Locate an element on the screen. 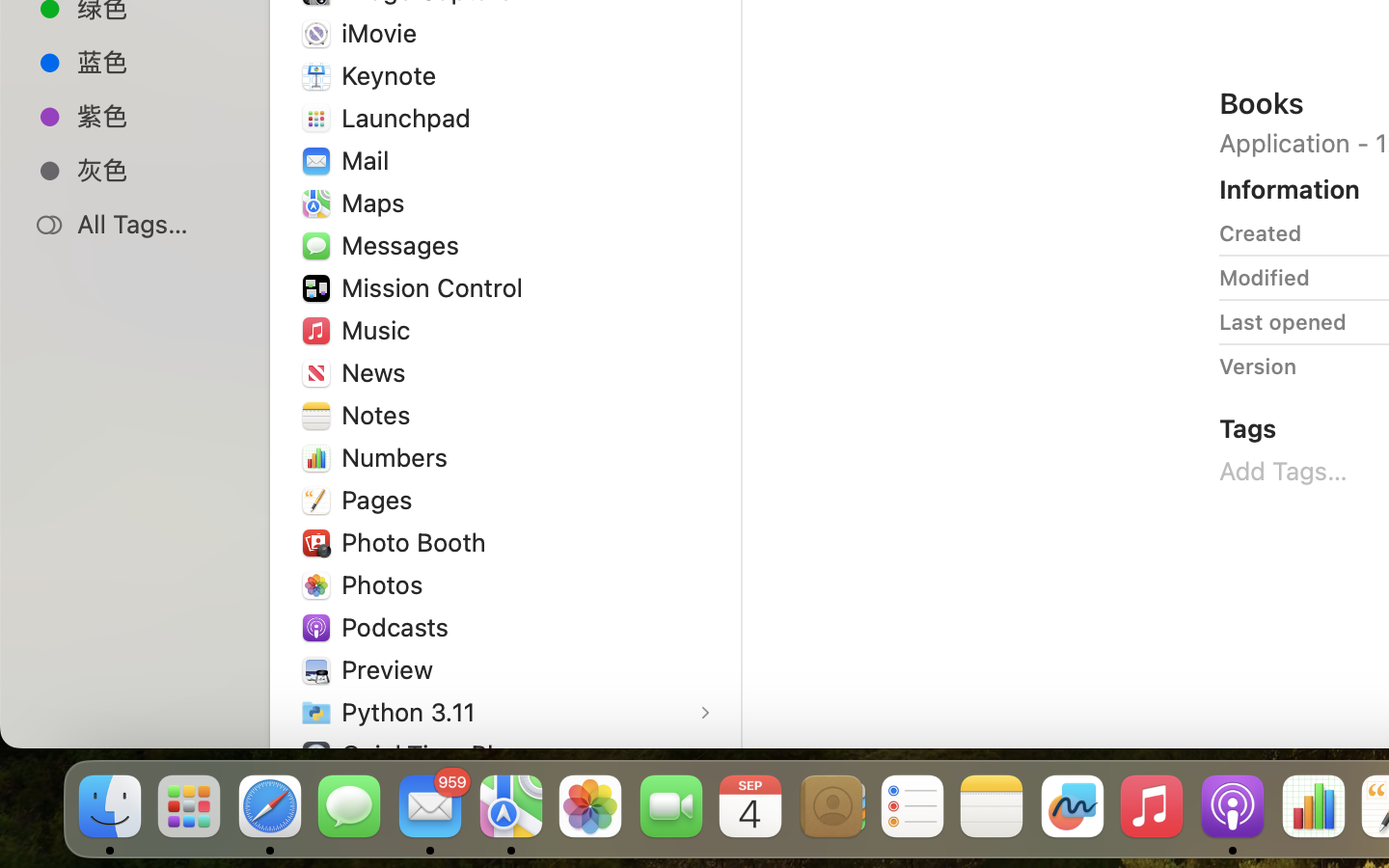 The image size is (1389, 868). 'QuickTime Player' is located at coordinates (446, 753).